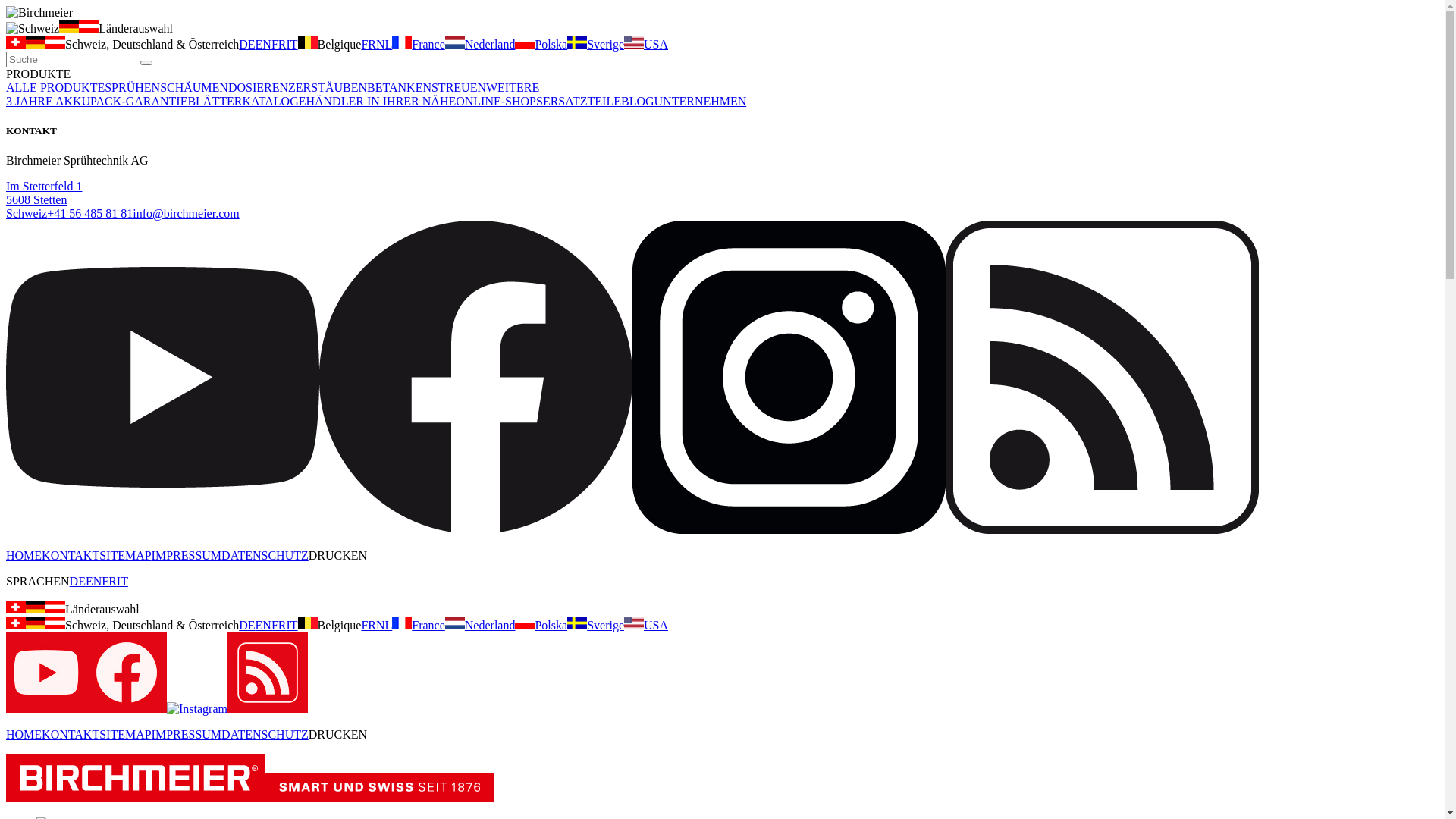 This screenshot has width=1456, height=819. I want to click on 'BLOG', so click(637, 101).